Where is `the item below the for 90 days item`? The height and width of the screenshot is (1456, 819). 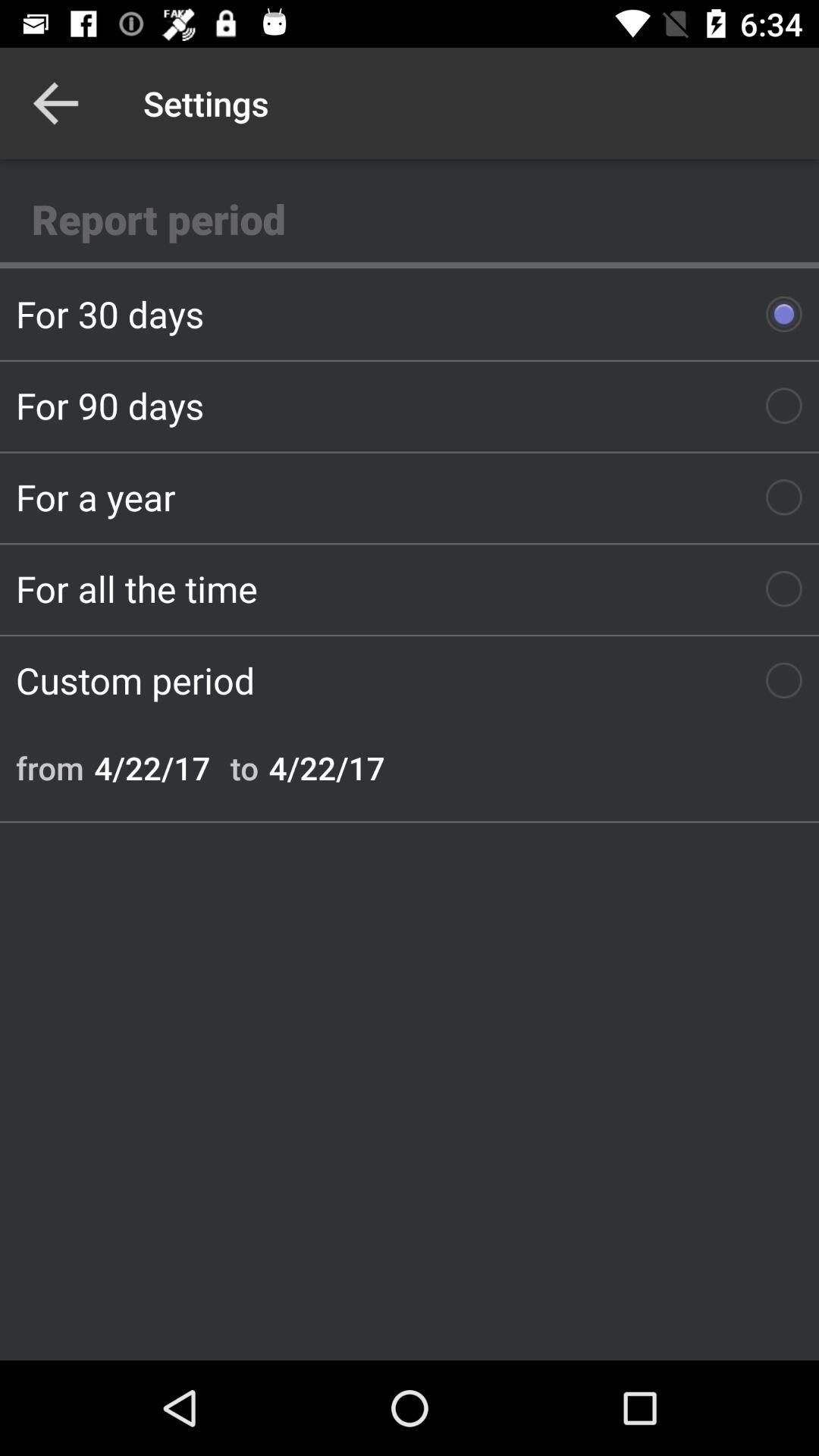
the item below the for 90 days item is located at coordinates (409, 497).